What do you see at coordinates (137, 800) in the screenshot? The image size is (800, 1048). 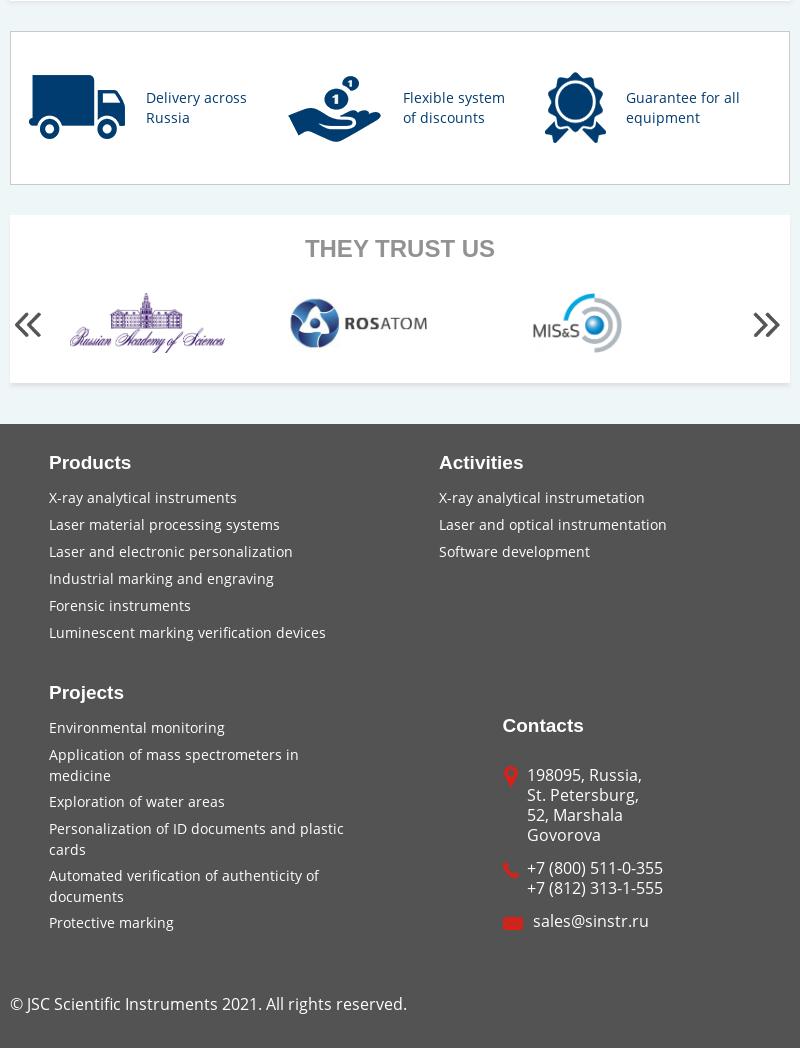 I see `'Exploration of water areas'` at bounding box center [137, 800].